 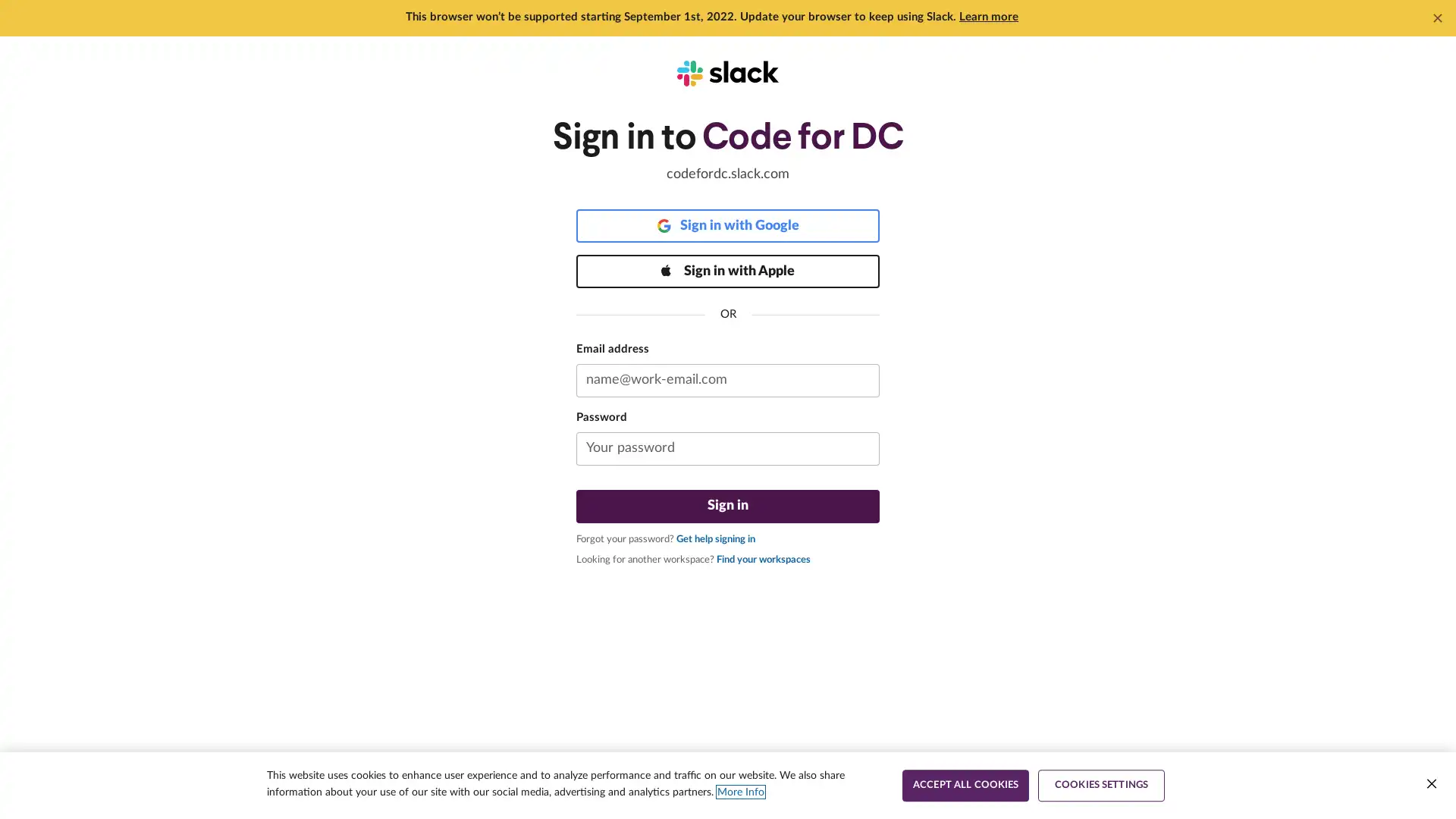 What do you see at coordinates (965, 785) in the screenshot?
I see `ACCEPT ALL COOKIES` at bounding box center [965, 785].